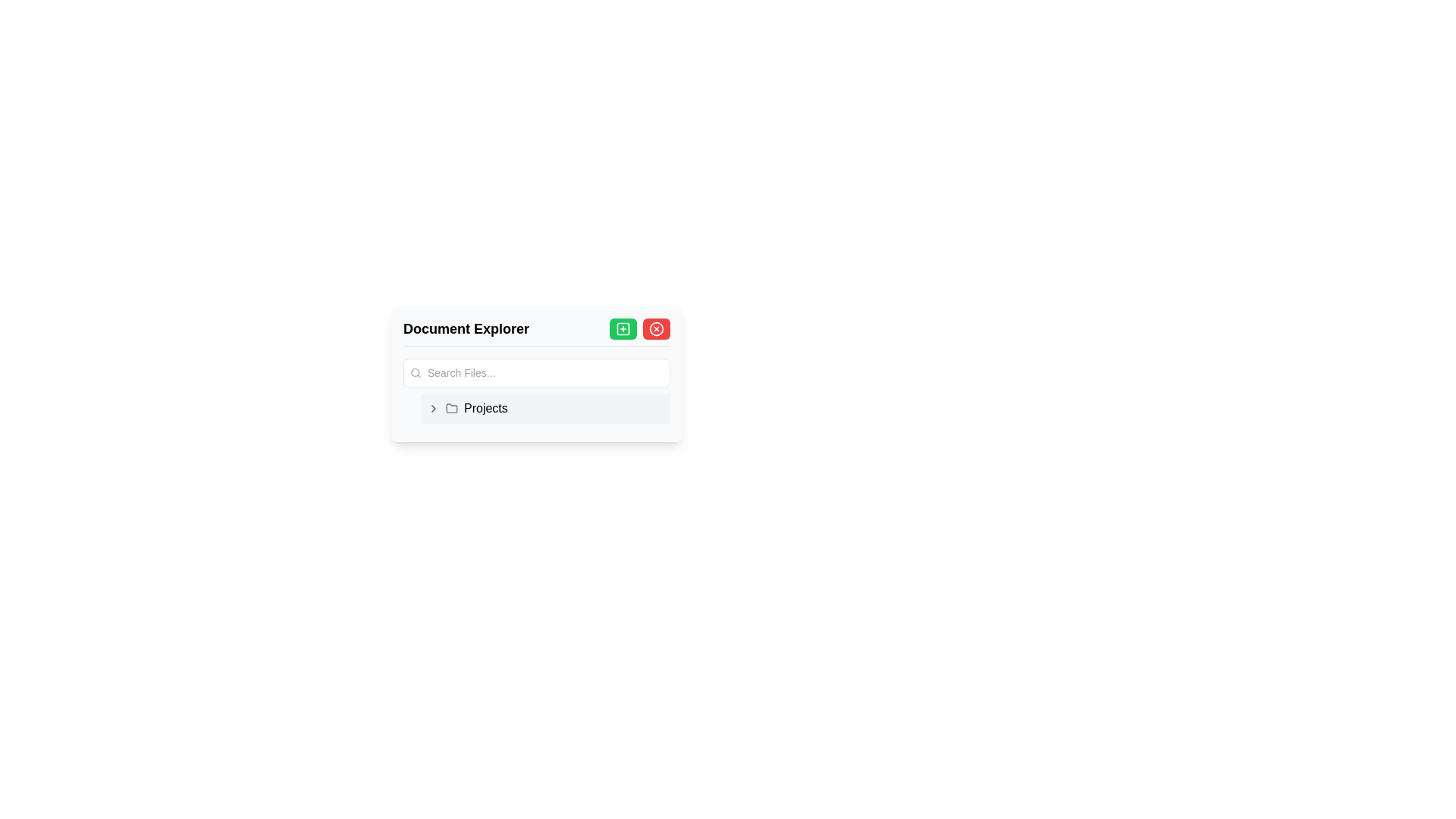 The width and height of the screenshot is (1456, 819). Describe the element at coordinates (432, 408) in the screenshot. I see `the chevron arrow icon located to the immediate left of the 'Projects' text label to trigger any hover effects` at that location.